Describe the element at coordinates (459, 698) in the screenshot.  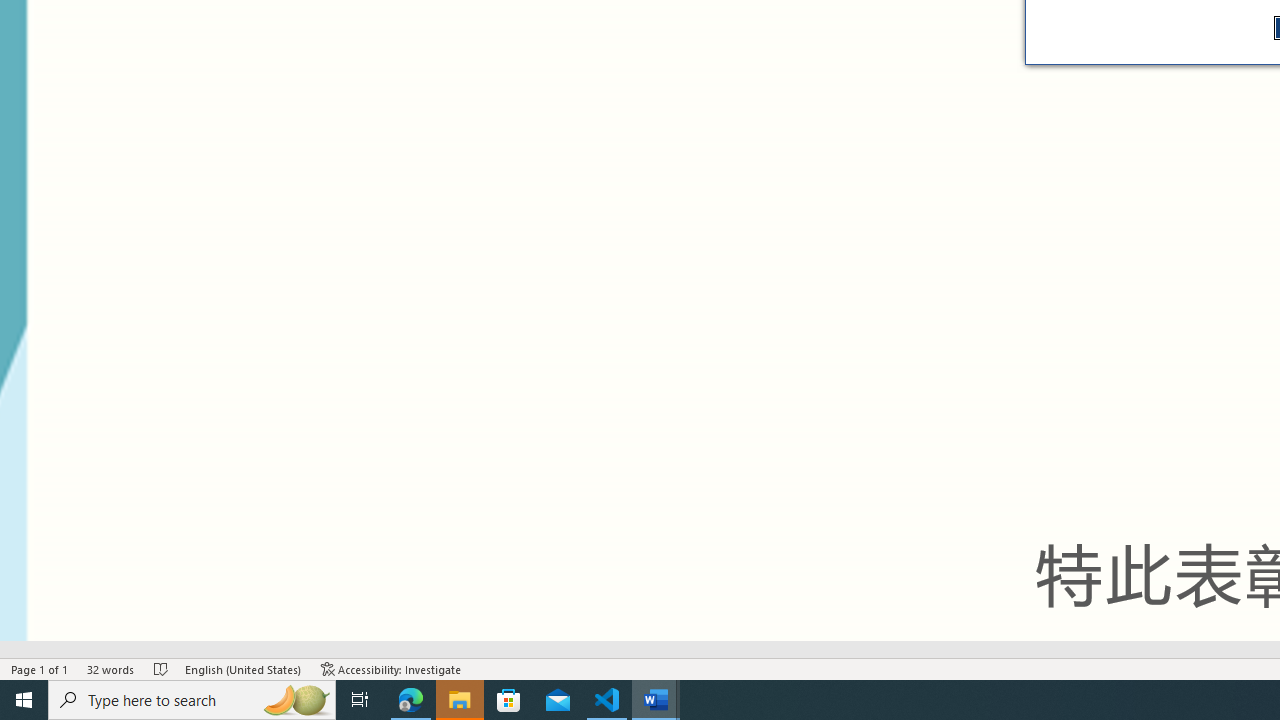
I see `'File Explorer - 1 running window'` at that location.